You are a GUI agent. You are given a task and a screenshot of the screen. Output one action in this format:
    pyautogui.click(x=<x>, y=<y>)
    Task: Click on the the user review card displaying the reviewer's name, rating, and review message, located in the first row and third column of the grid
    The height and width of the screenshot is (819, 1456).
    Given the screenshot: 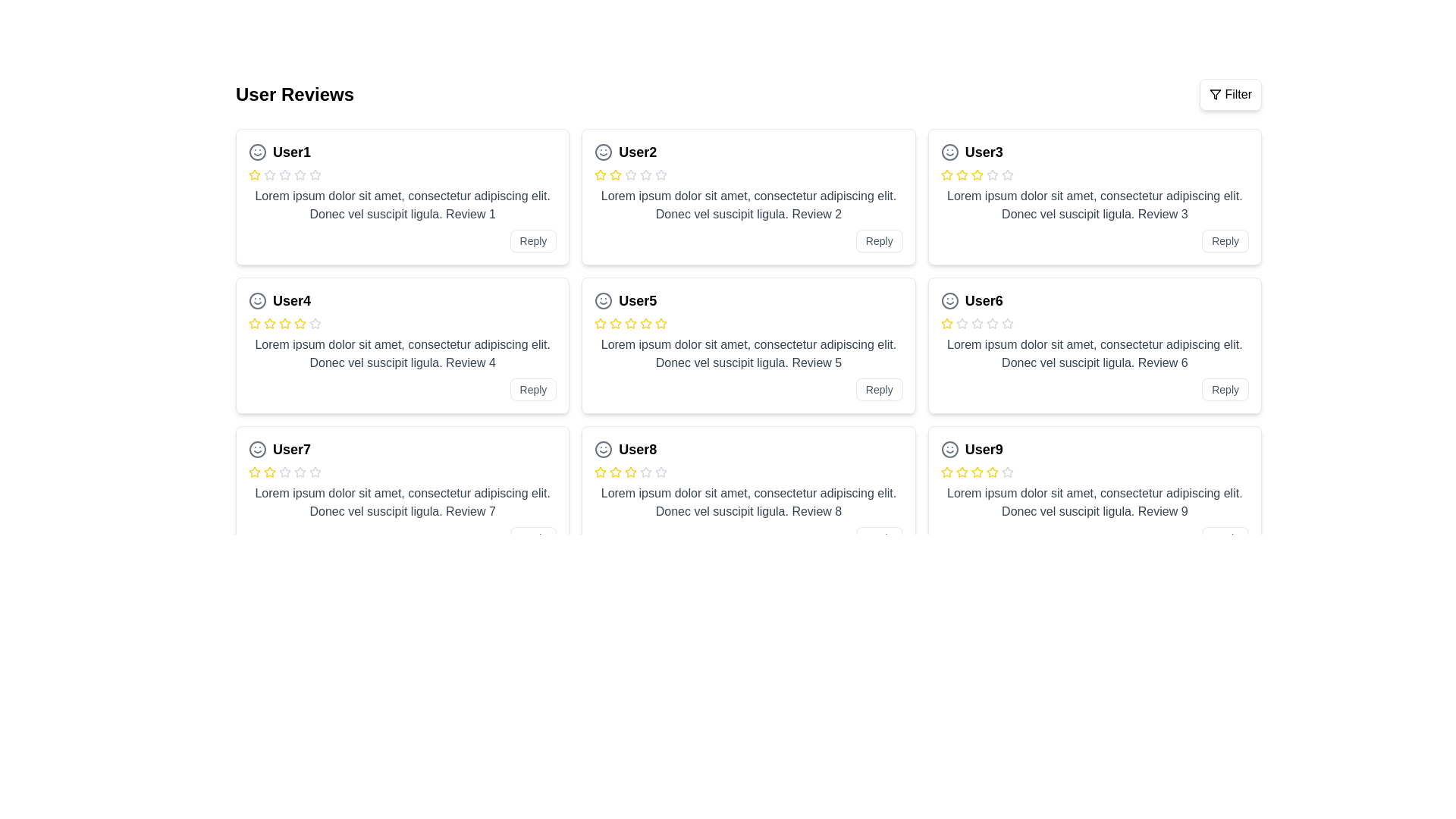 What is the action you would take?
    pyautogui.click(x=1094, y=196)
    